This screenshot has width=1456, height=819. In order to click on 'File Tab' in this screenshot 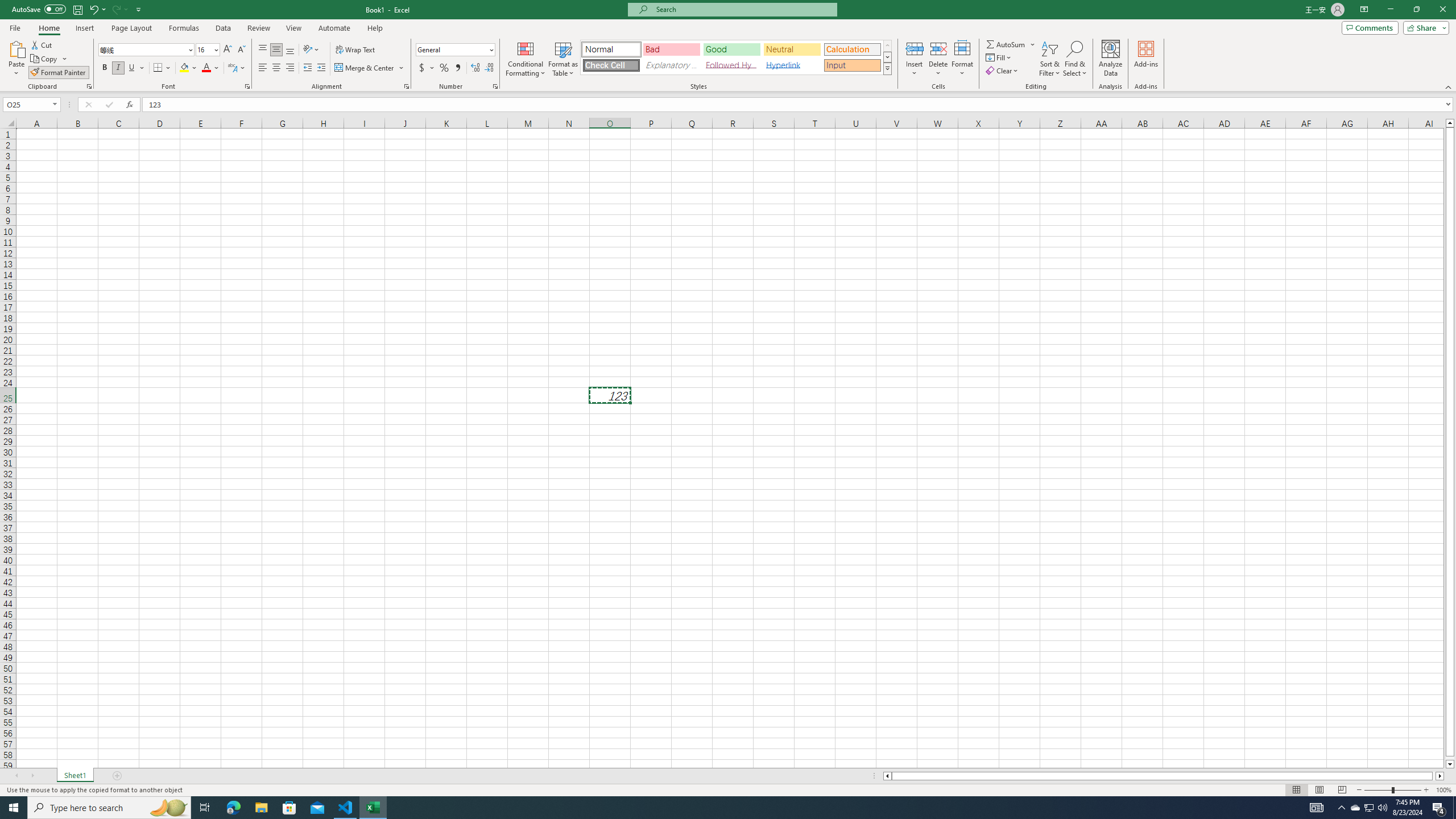, I will do `click(14, 27)`.